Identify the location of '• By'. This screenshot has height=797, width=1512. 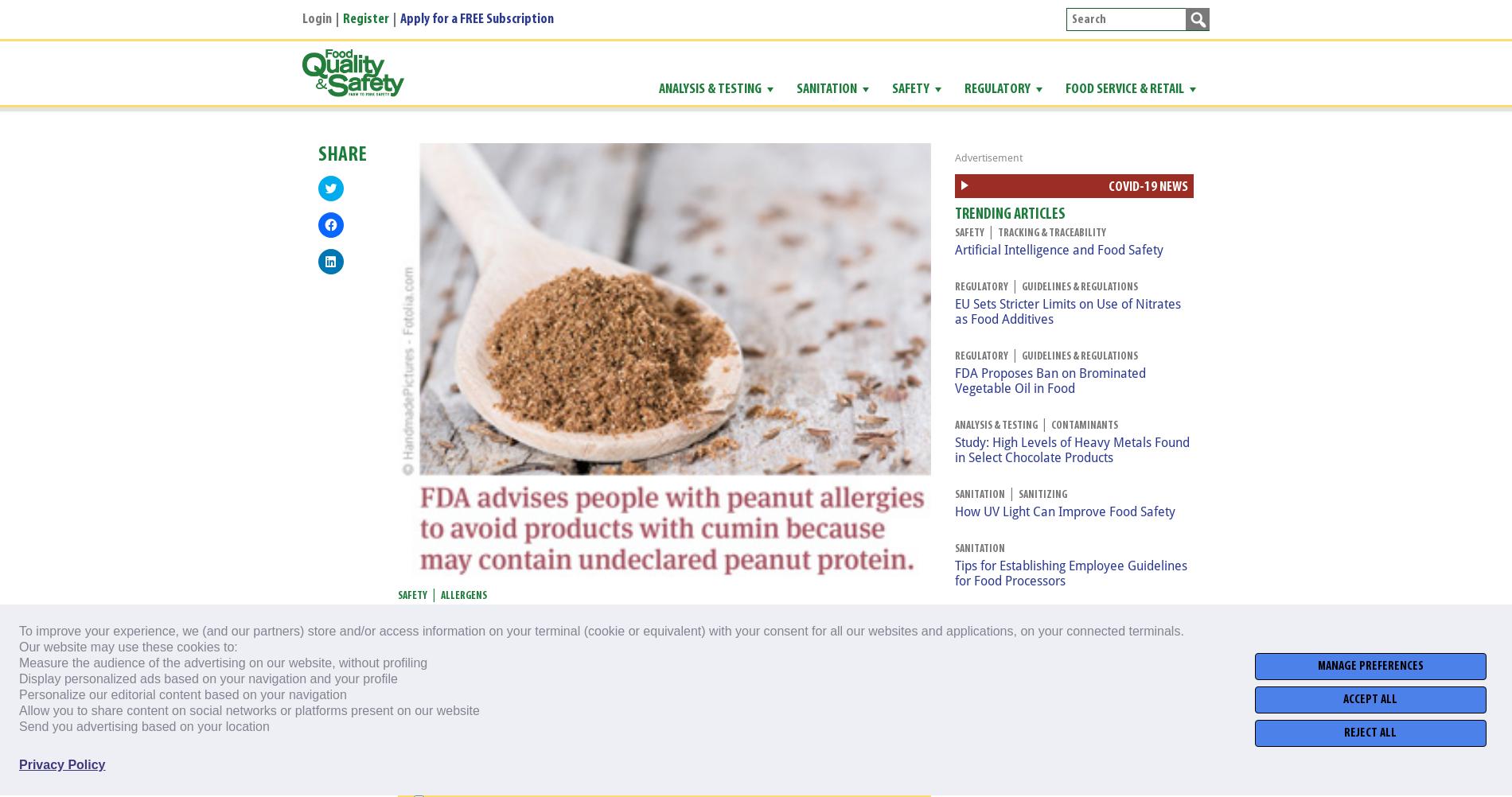
(486, 648).